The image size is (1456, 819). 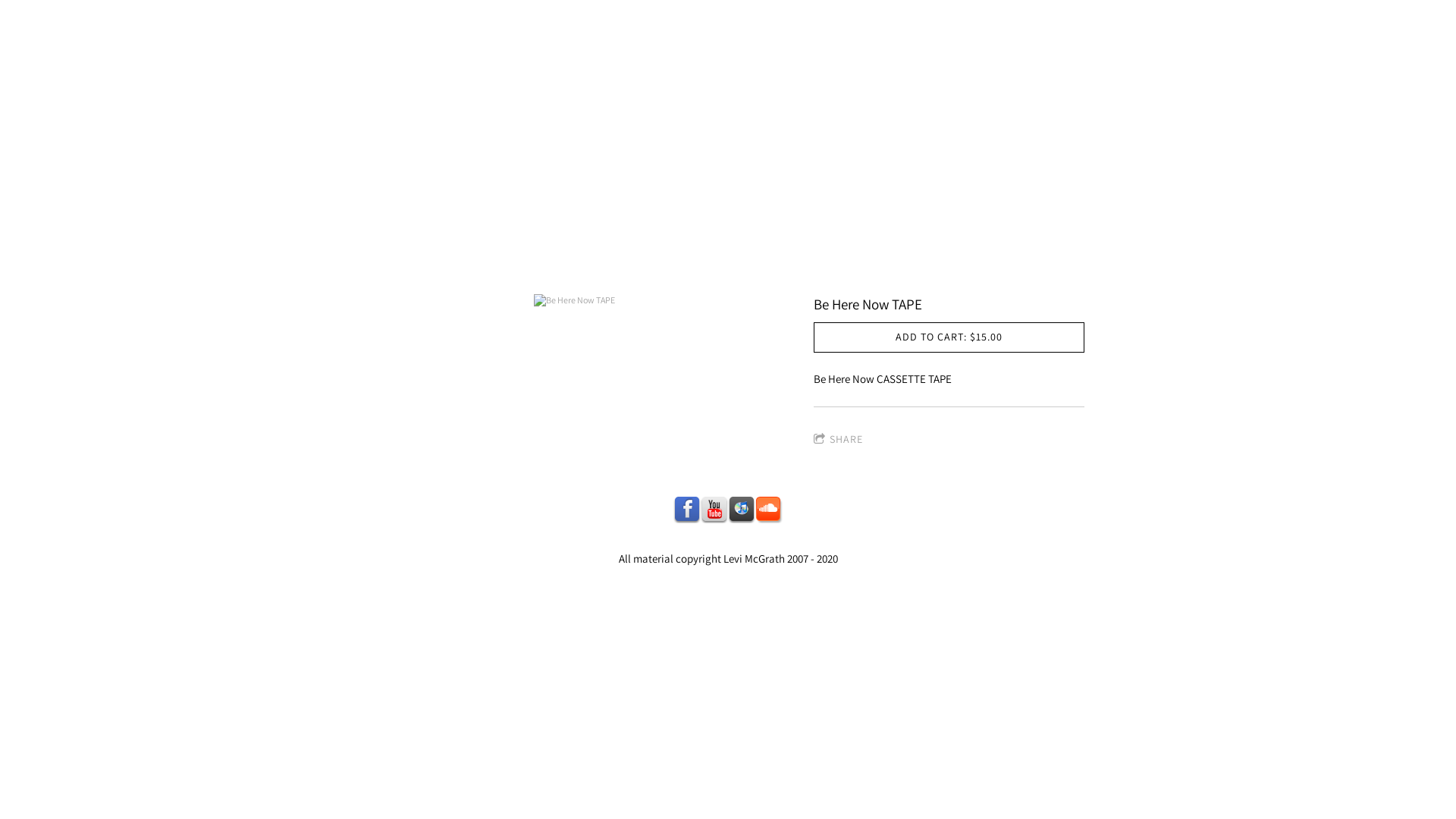 I want to click on 'https://itunes.apple.com/au/artist/levi-mcgrath/id262394655', so click(x=728, y=509).